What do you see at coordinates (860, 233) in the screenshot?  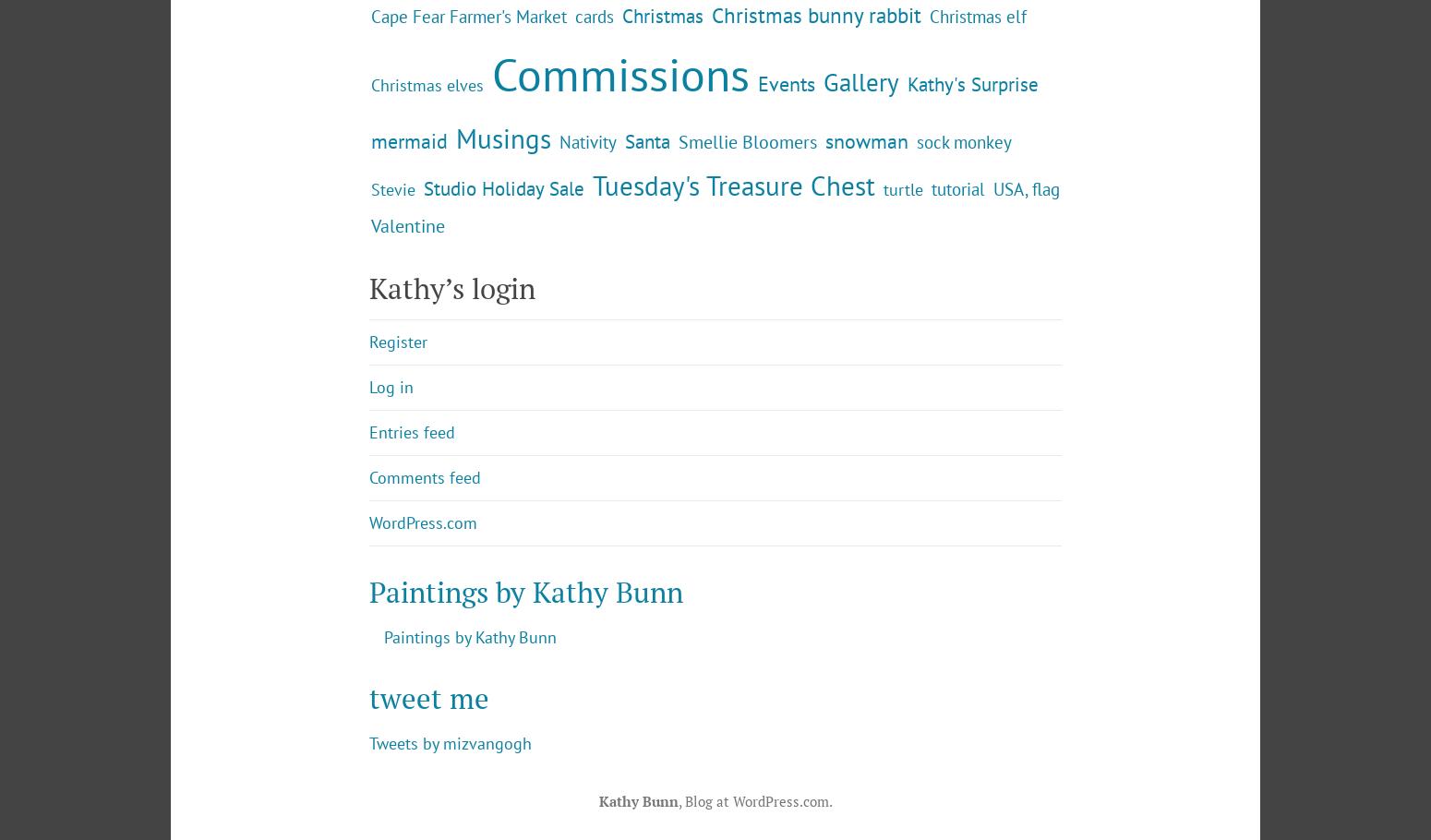 I see `'Gallery'` at bounding box center [860, 233].